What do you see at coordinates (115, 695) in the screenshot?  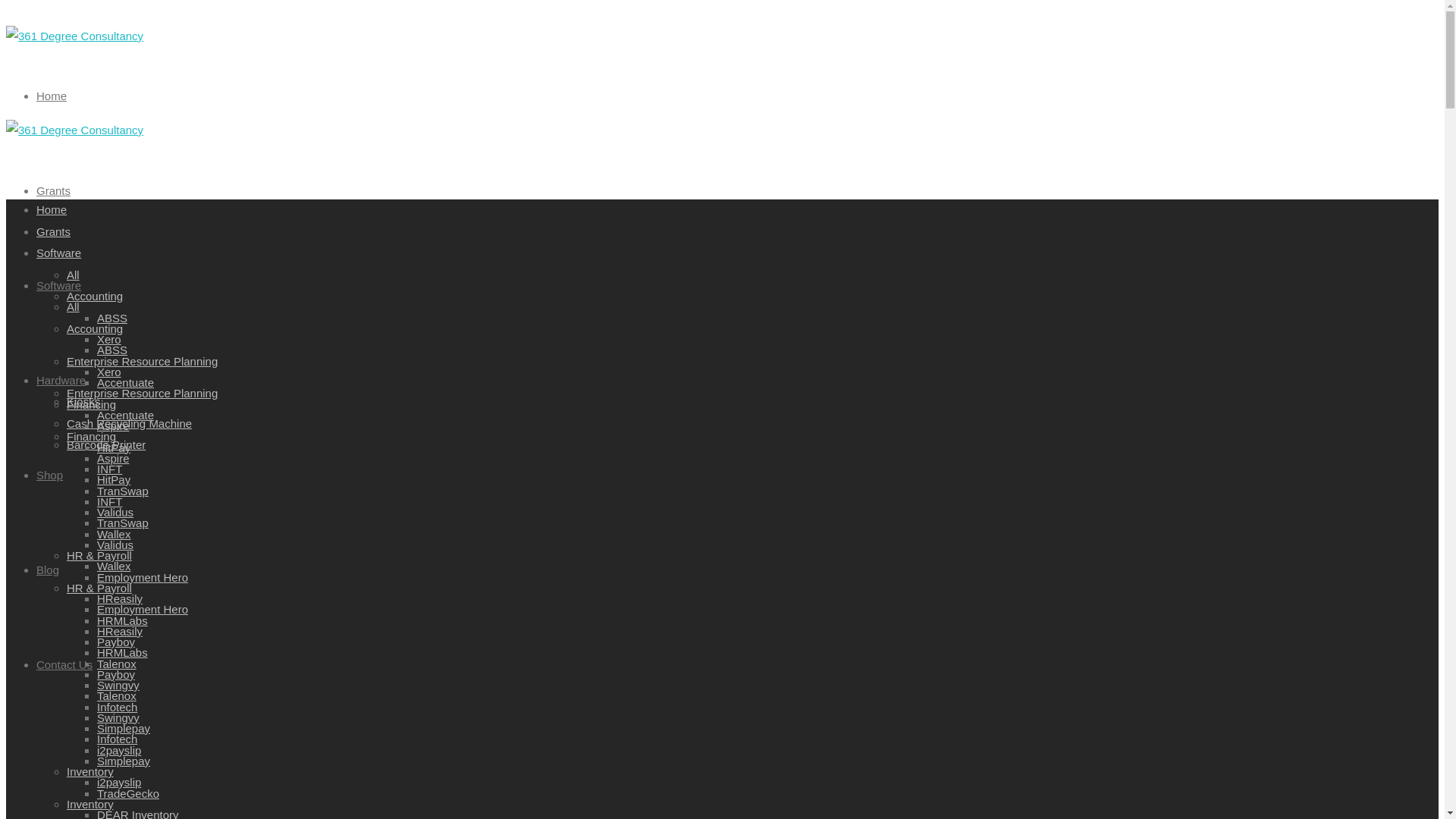 I see `'Talenox'` at bounding box center [115, 695].